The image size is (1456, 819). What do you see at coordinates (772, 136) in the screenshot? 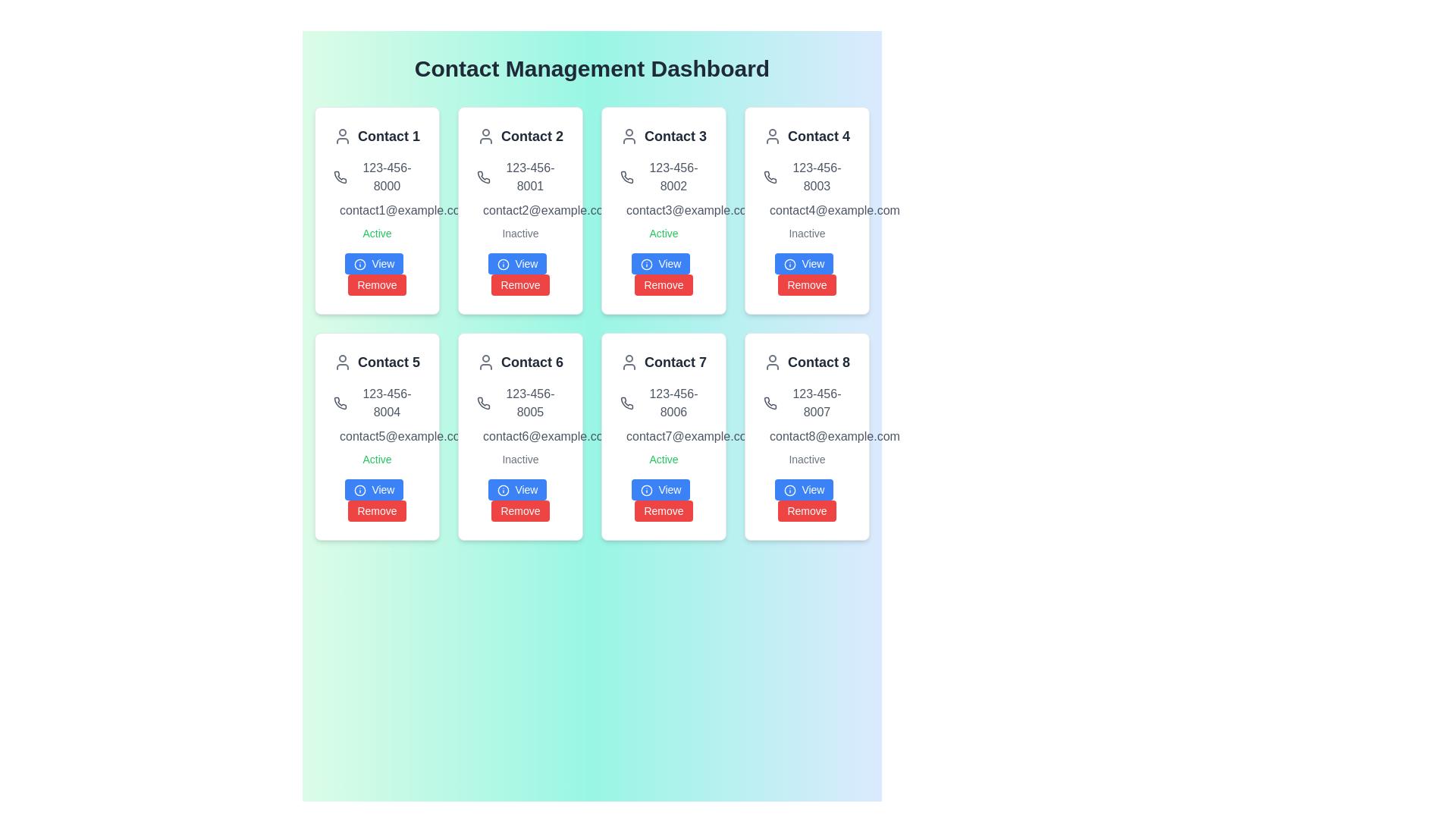
I see `the user profile silhouette icon located at the top-left corner of the 'Contact 4' card in the Contact Management Dashboard` at bounding box center [772, 136].